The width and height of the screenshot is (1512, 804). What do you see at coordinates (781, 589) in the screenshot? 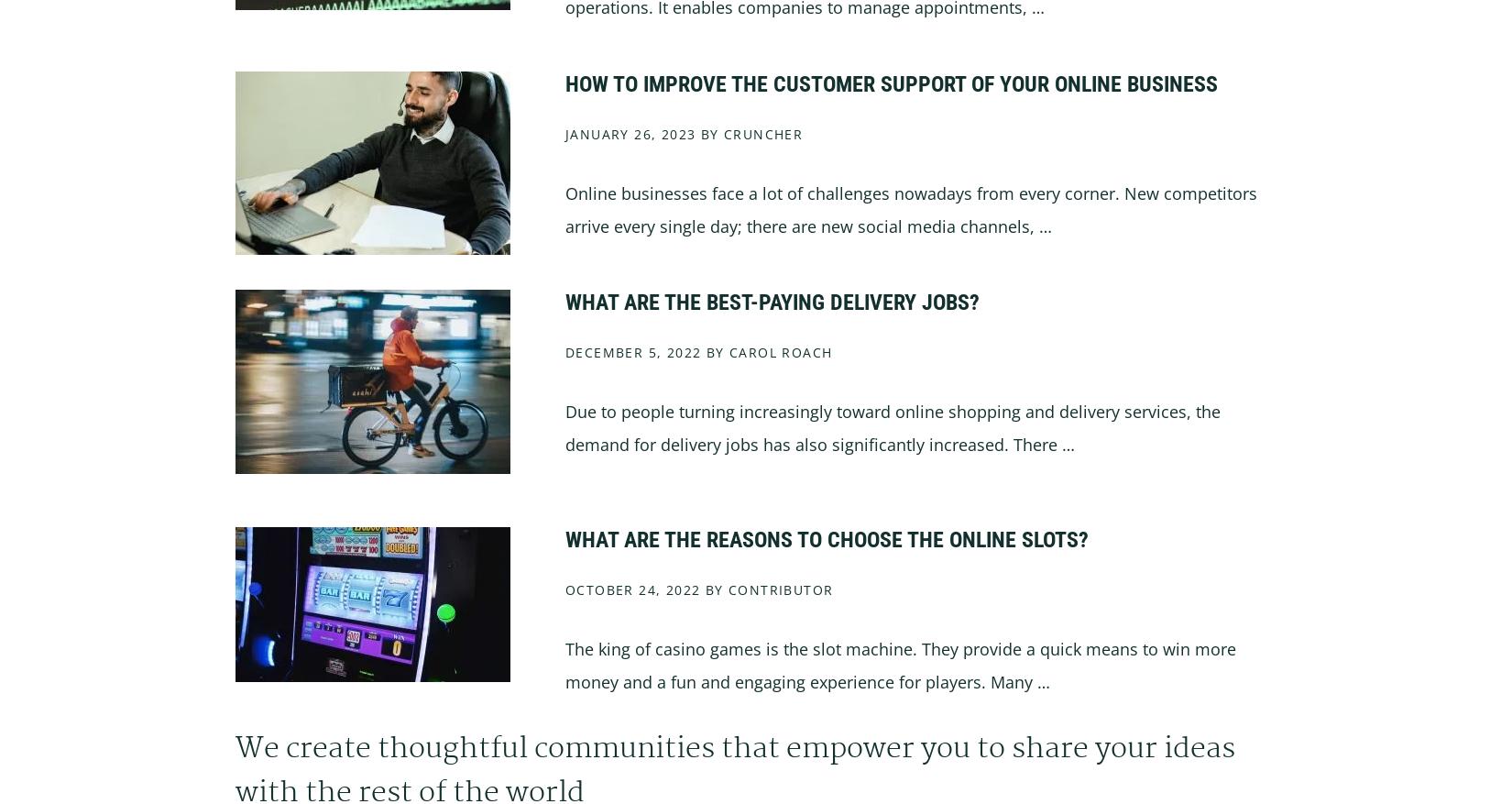
I see `'Contributor'` at bounding box center [781, 589].